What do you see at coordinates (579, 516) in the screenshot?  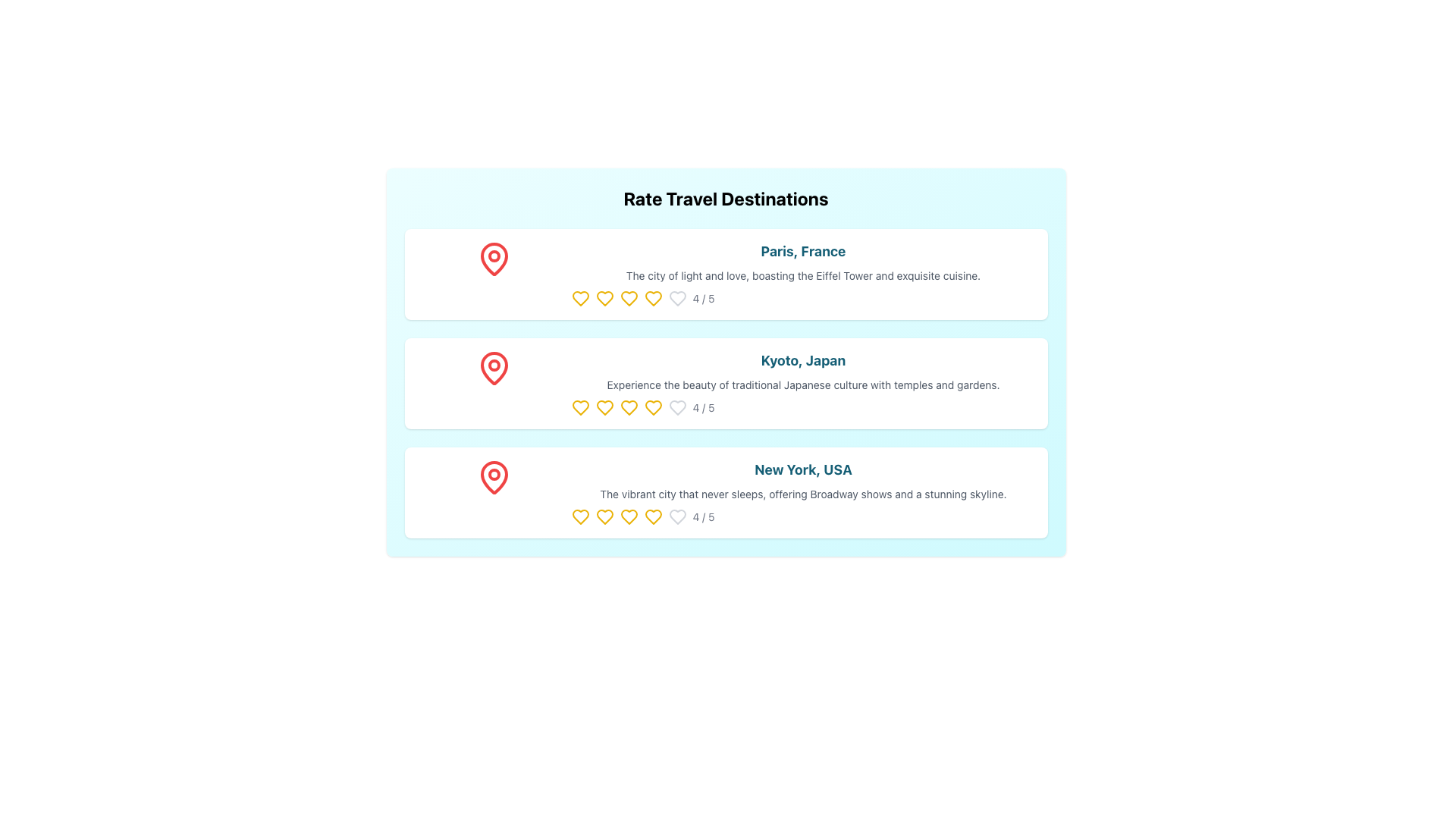 I see `the fifth golden heart icon in the rating section below 'New York, USA' and above the numeric rating score` at bounding box center [579, 516].